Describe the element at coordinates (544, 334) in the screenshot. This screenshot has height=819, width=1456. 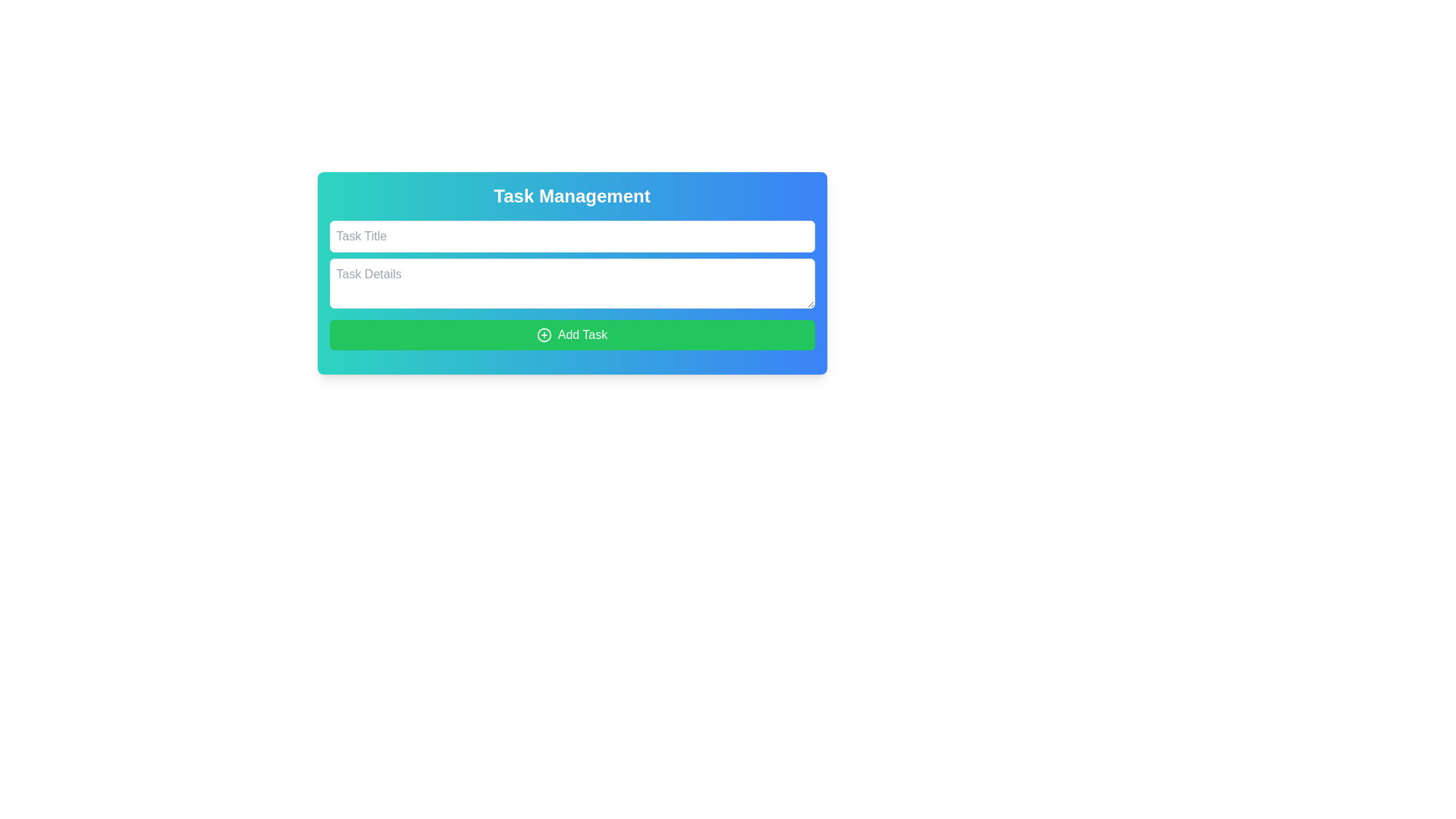
I see `the hollow circular outline of the 'plus in a circle' icon located to the left of the 'Add Task' button's label` at that location.